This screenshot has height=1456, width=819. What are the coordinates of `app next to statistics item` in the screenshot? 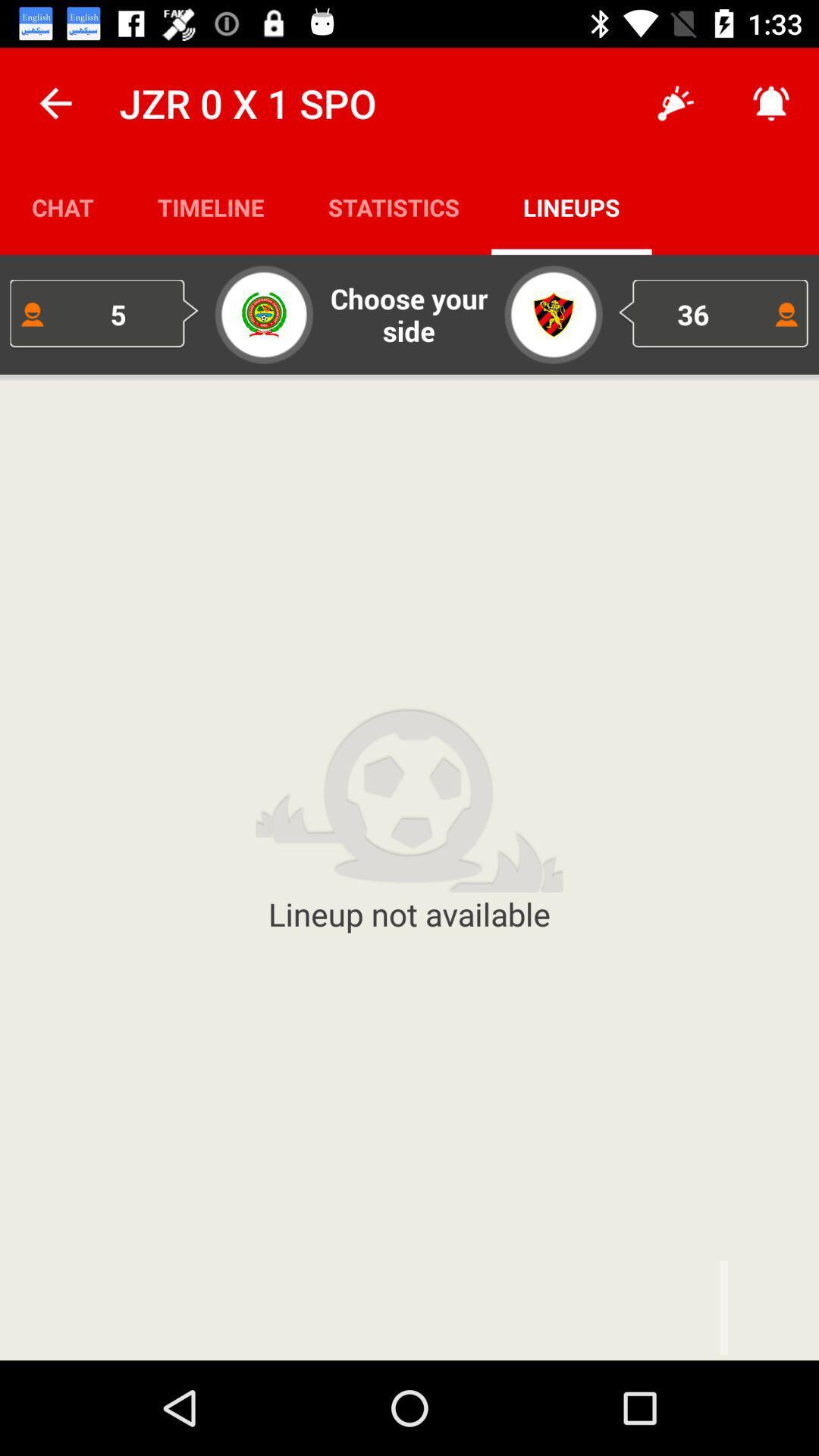 It's located at (211, 206).